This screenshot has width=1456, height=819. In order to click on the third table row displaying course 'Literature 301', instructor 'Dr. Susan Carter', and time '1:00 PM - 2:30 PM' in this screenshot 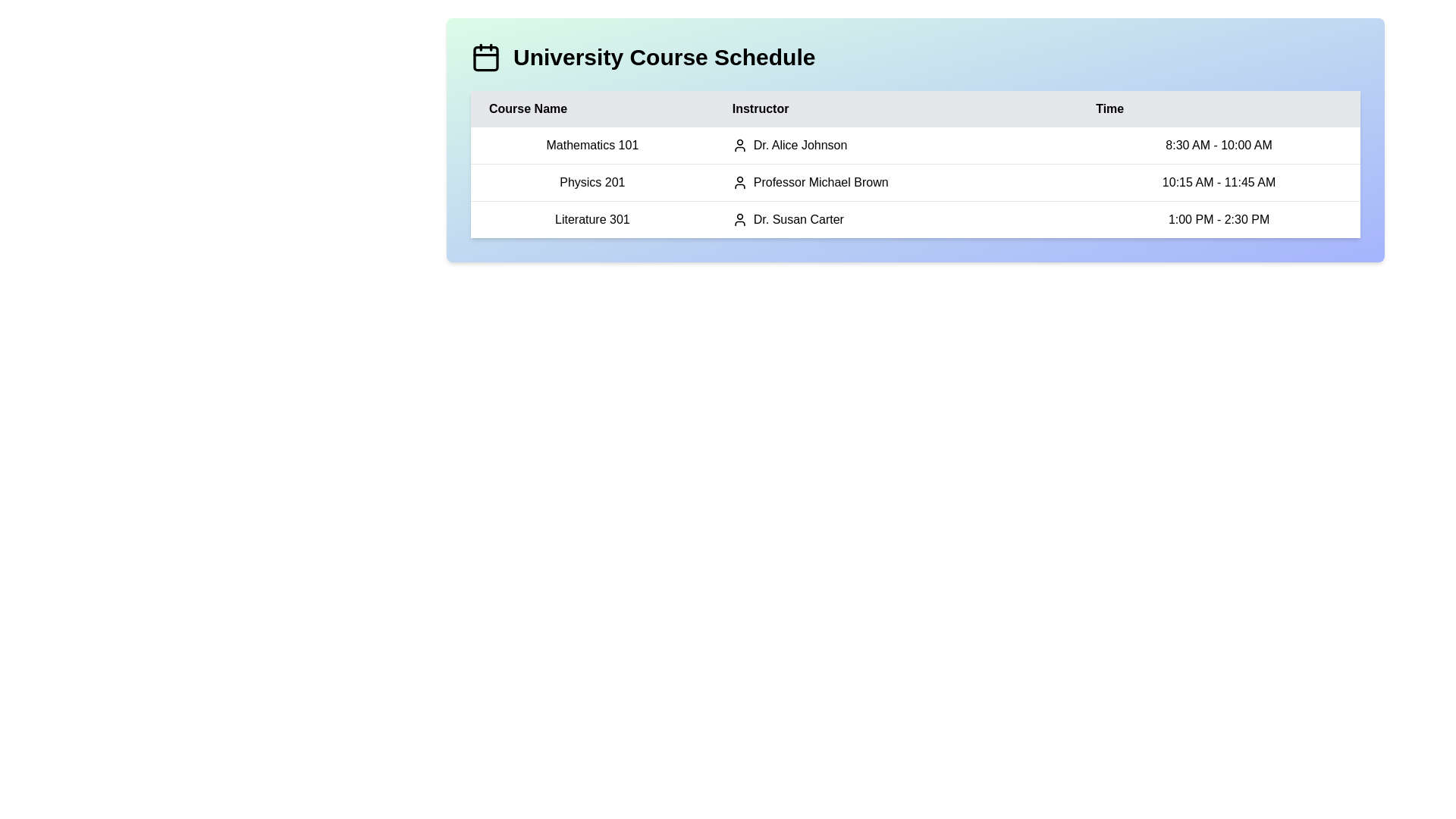, I will do `click(915, 219)`.